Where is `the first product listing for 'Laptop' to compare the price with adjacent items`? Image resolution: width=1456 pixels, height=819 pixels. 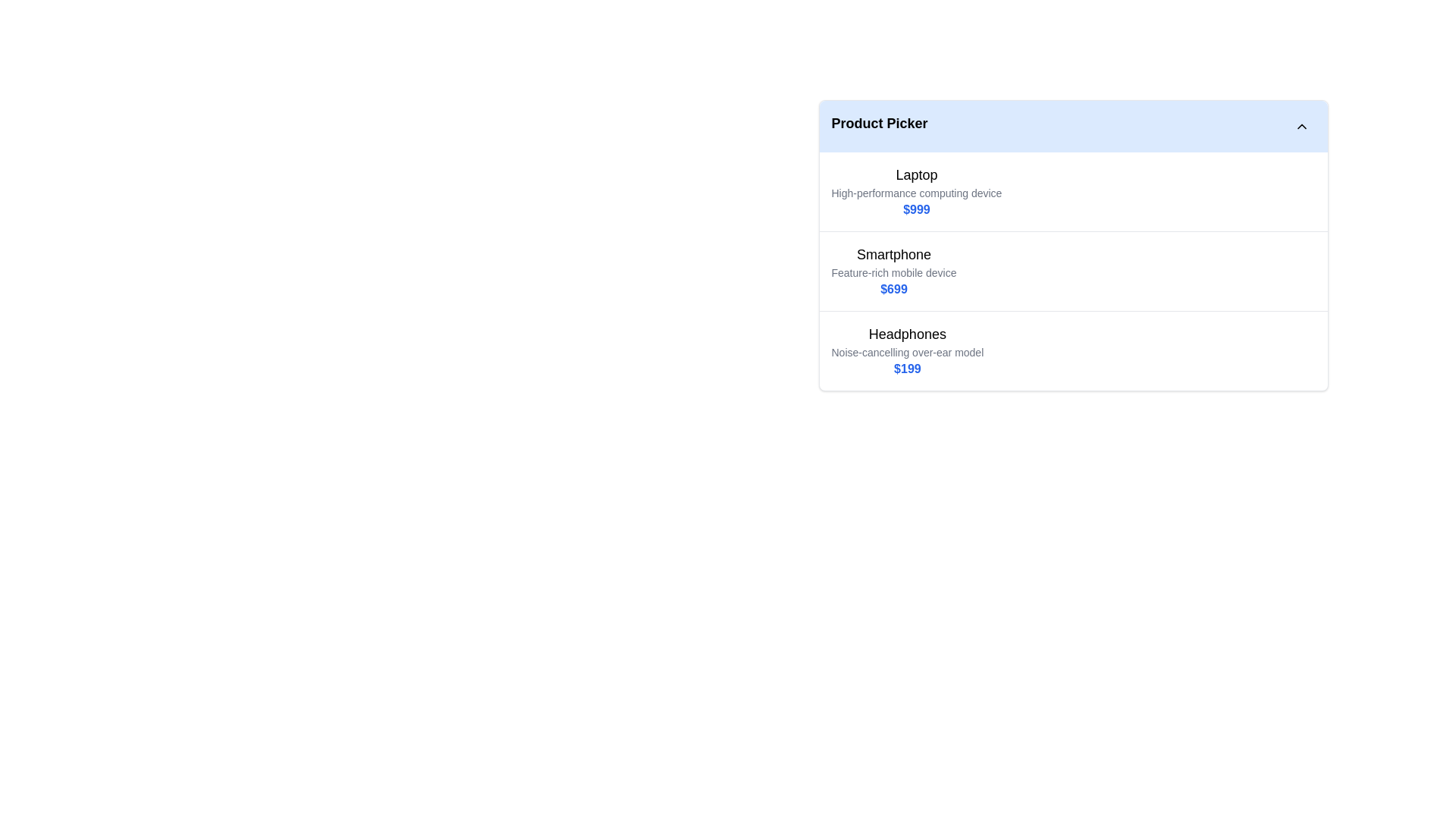
the first product listing for 'Laptop' to compare the price with adjacent items is located at coordinates (916, 191).